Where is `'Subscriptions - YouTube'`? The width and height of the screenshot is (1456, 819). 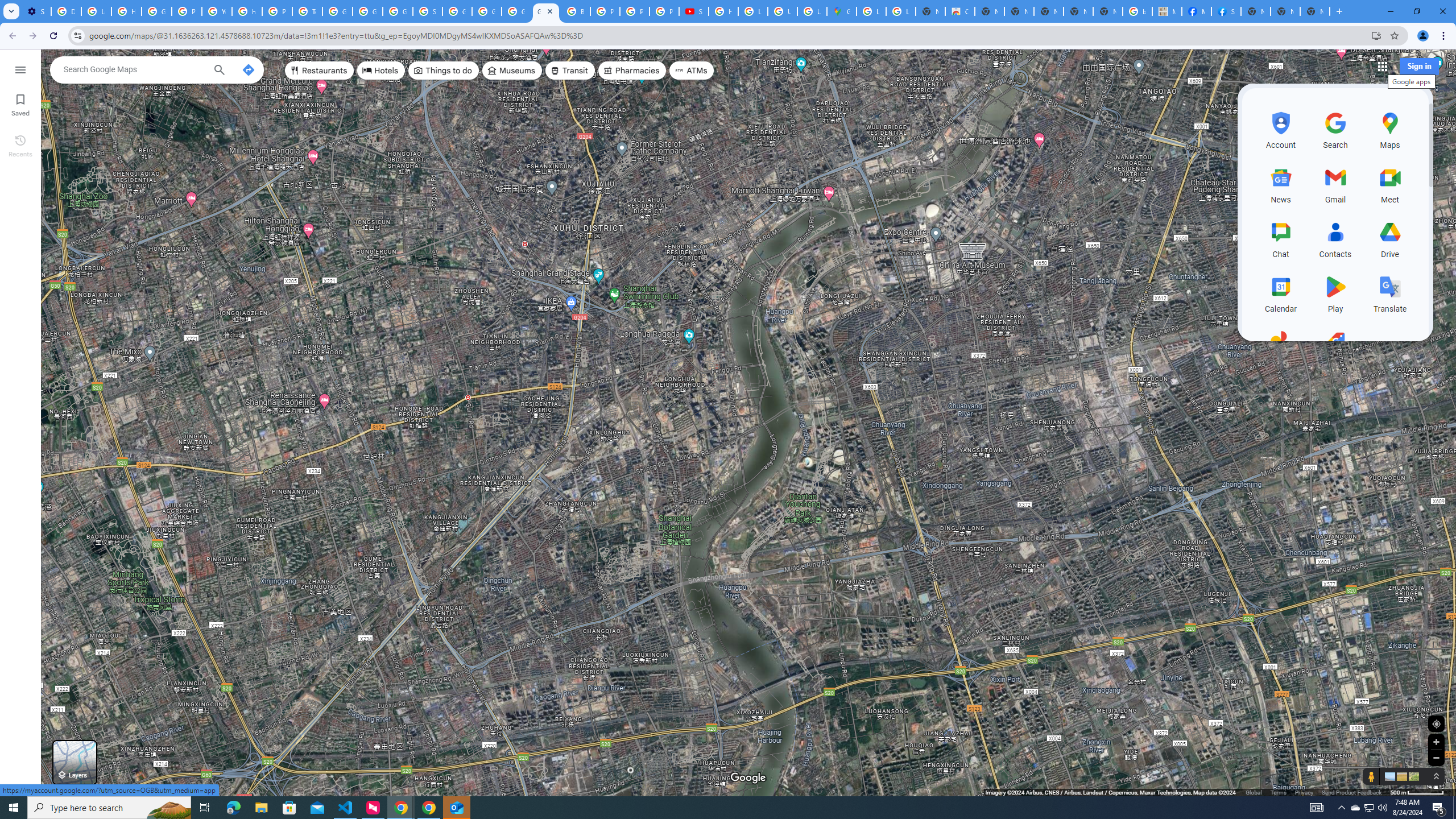
'Subscriptions - YouTube' is located at coordinates (693, 11).